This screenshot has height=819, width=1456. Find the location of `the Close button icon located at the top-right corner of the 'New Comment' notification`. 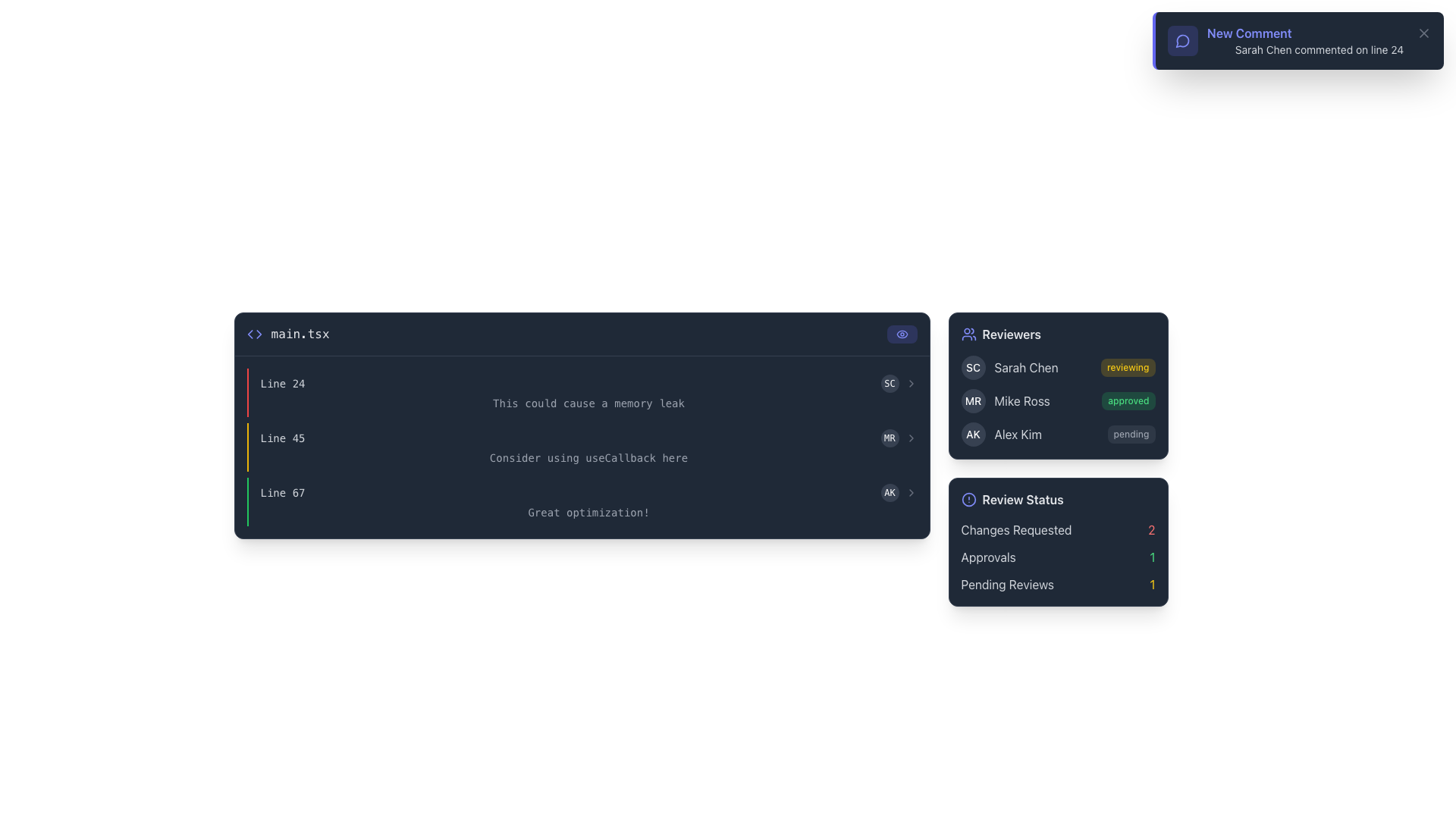

the Close button icon located at the top-right corner of the 'New Comment' notification is located at coordinates (1423, 33).